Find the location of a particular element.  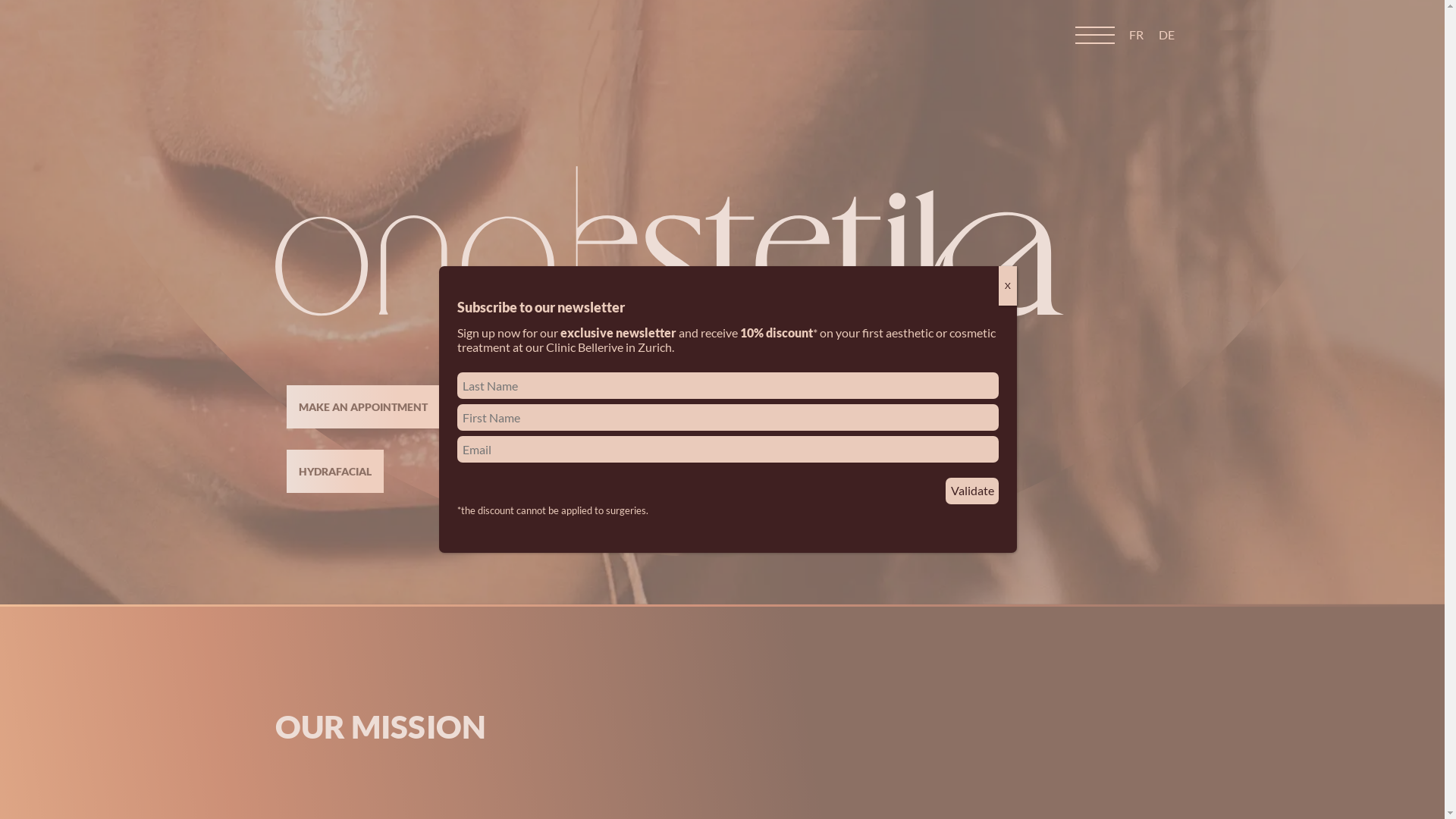

'HYDRAFACIAL' is located at coordinates (334, 470).